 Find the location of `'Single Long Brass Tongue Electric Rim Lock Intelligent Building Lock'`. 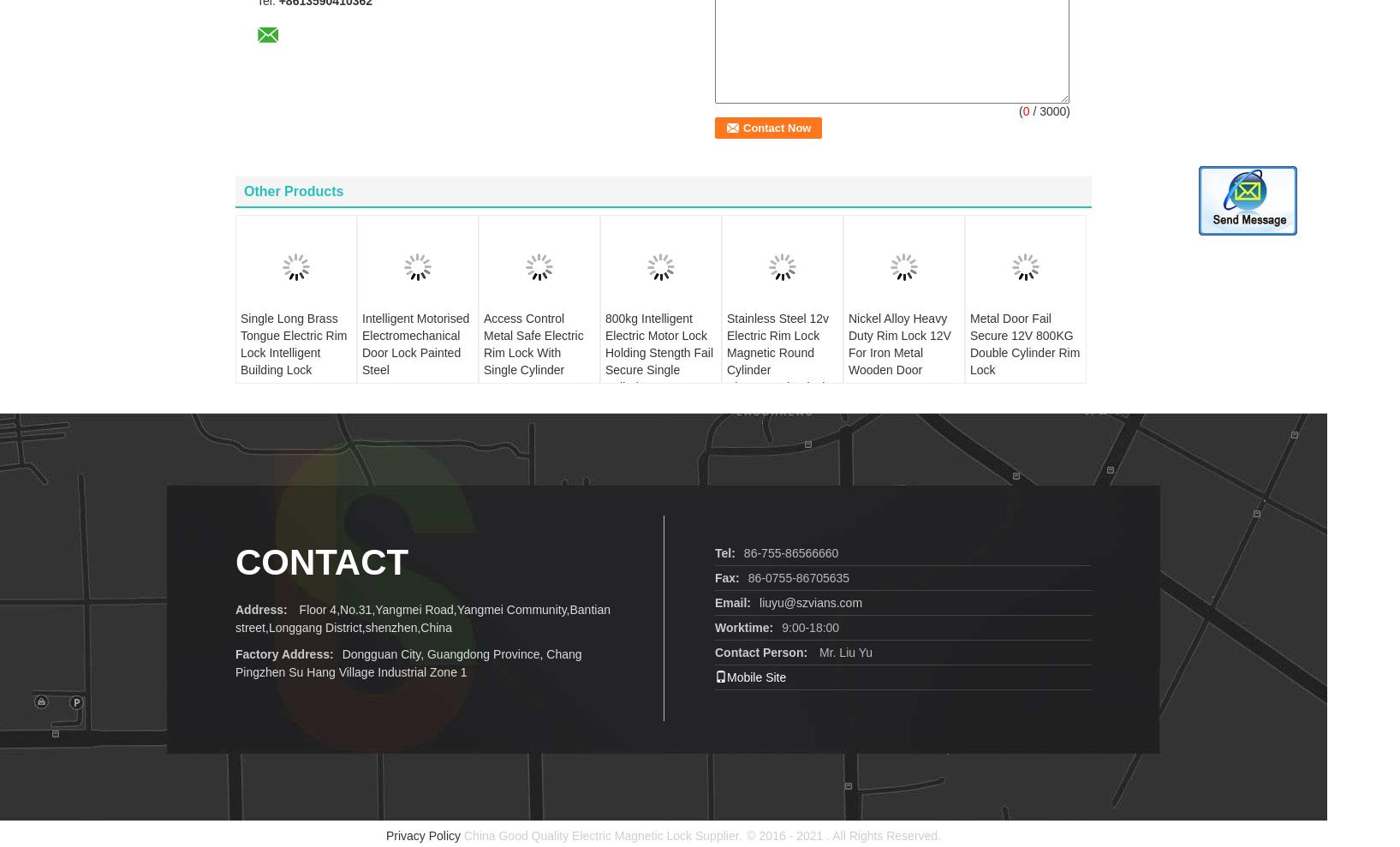

'Single Long Brass Tongue Electric Rim Lock Intelligent Building Lock' is located at coordinates (293, 315).